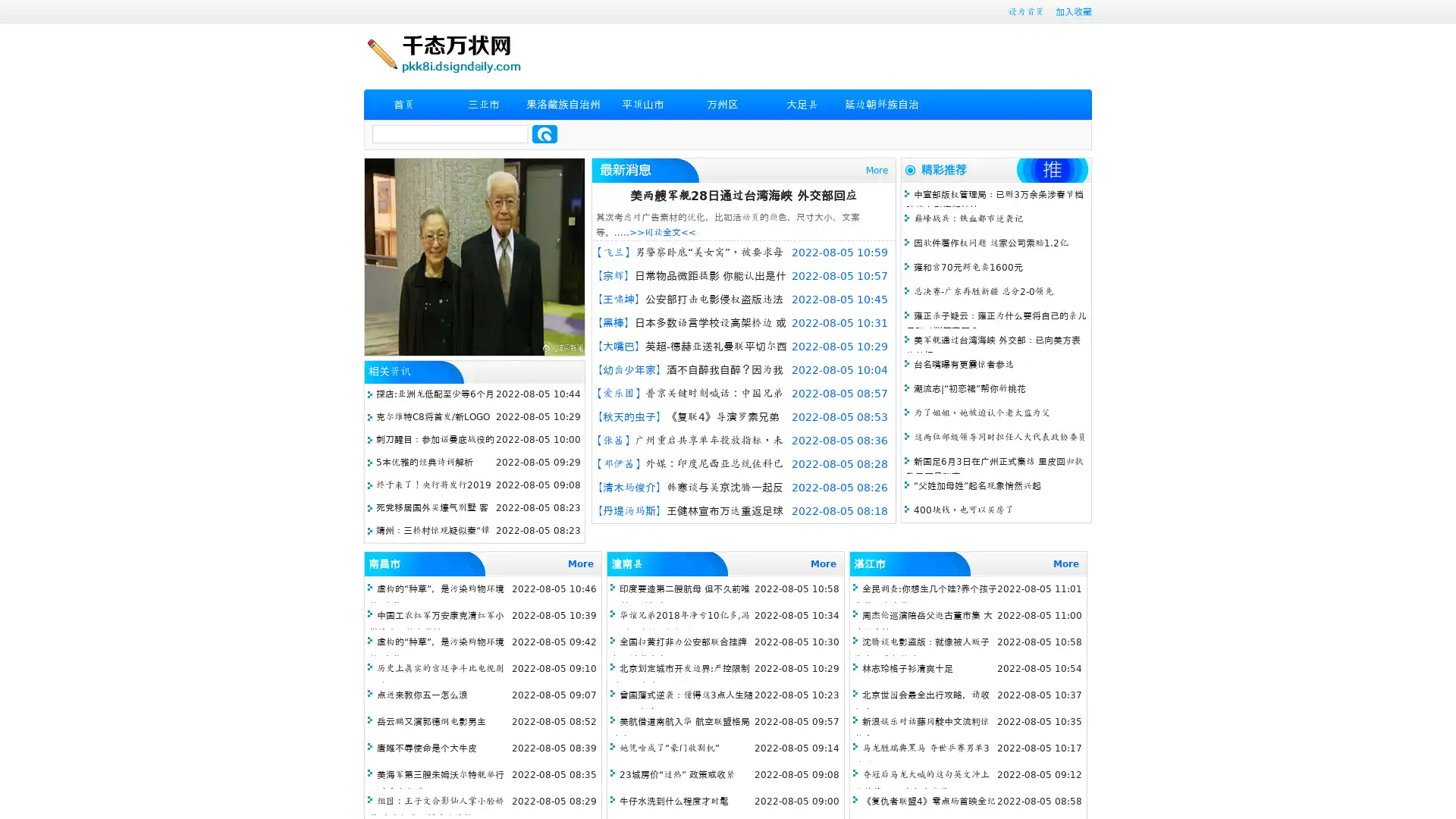 This screenshot has width=1456, height=819. What do you see at coordinates (544, 133) in the screenshot?
I see `Search` at bounding box center [544, 133].